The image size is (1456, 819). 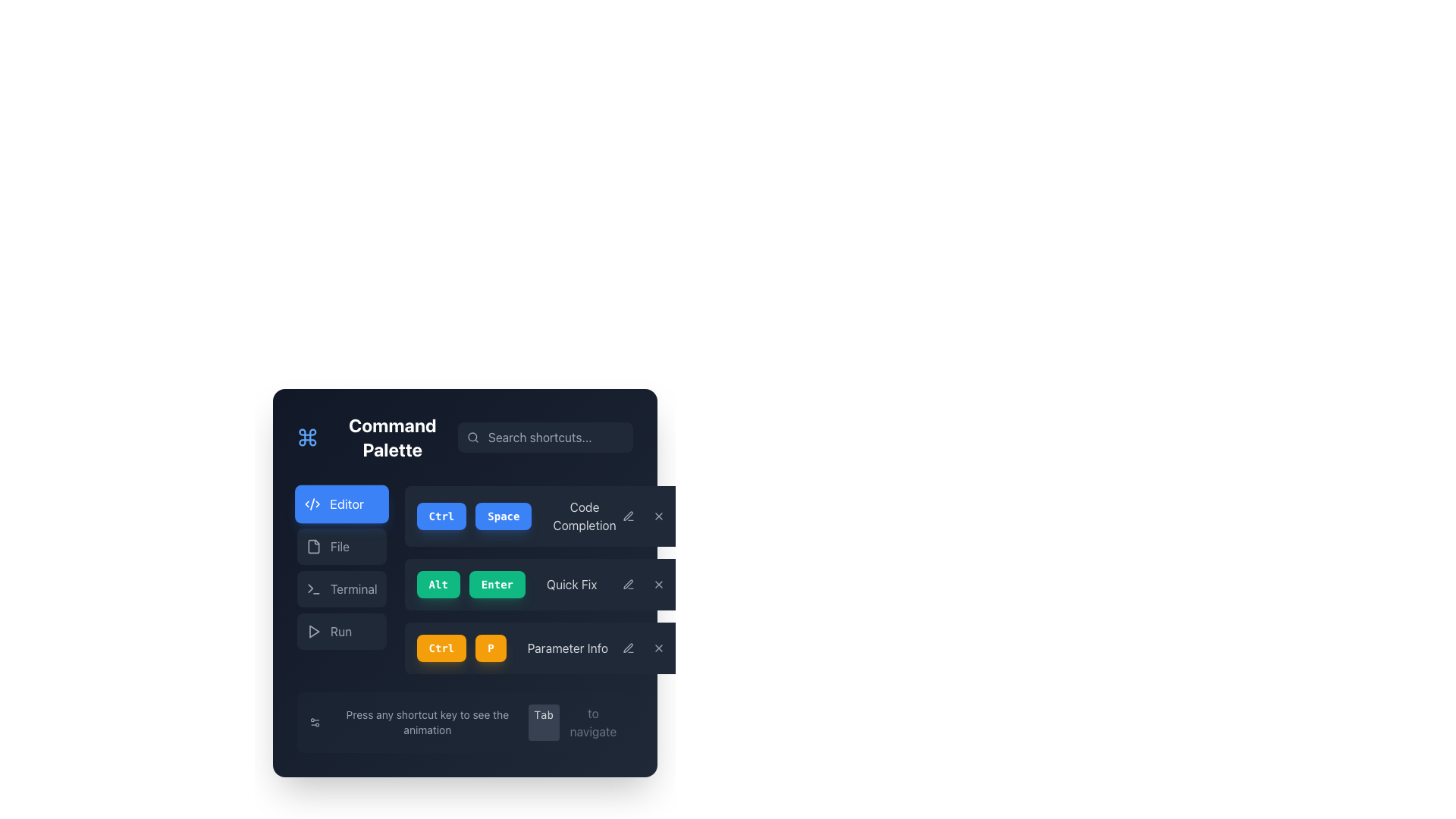 What do you see at coordinates (491, 648) in the screenshot?
I see `the vibrant orange button with a bold letter 'P'` at bounding box center [491, 648].